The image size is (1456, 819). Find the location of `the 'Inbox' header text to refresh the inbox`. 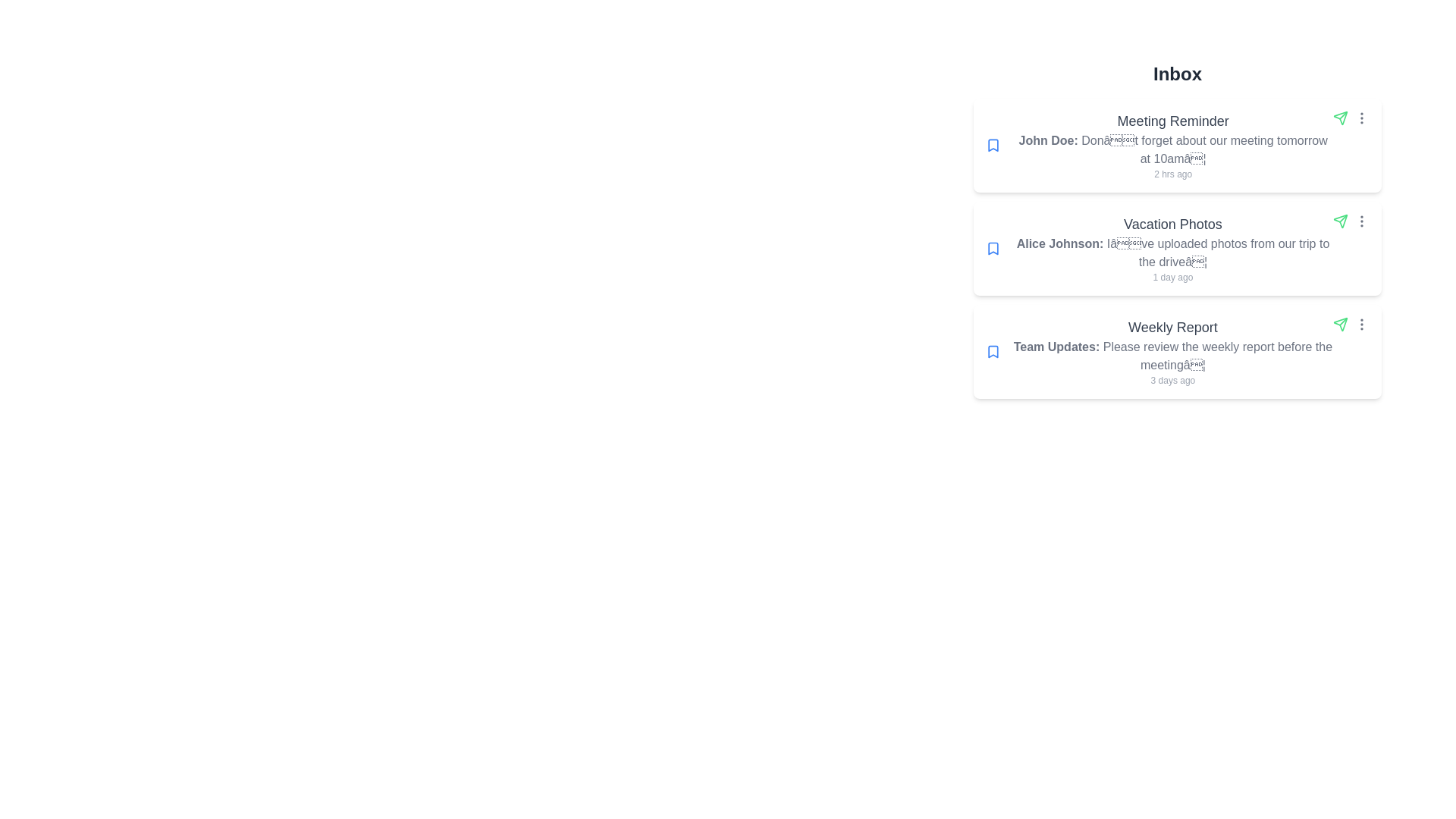

the 'Inbox' header text to refresh the inbox is located at coordinates (1177, 74).